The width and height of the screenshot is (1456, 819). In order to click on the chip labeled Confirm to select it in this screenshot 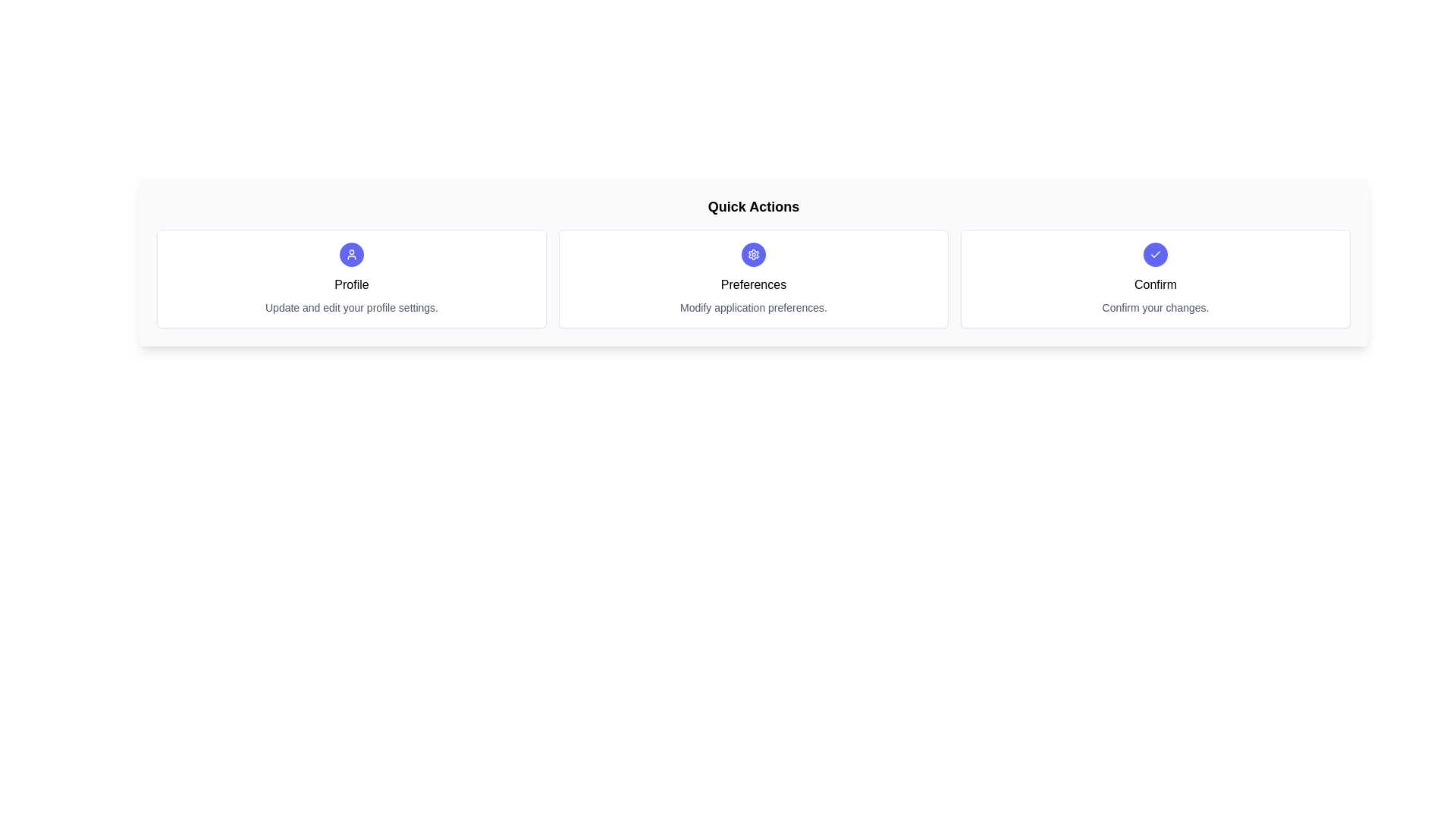, I will do `click(1154, 278)`.